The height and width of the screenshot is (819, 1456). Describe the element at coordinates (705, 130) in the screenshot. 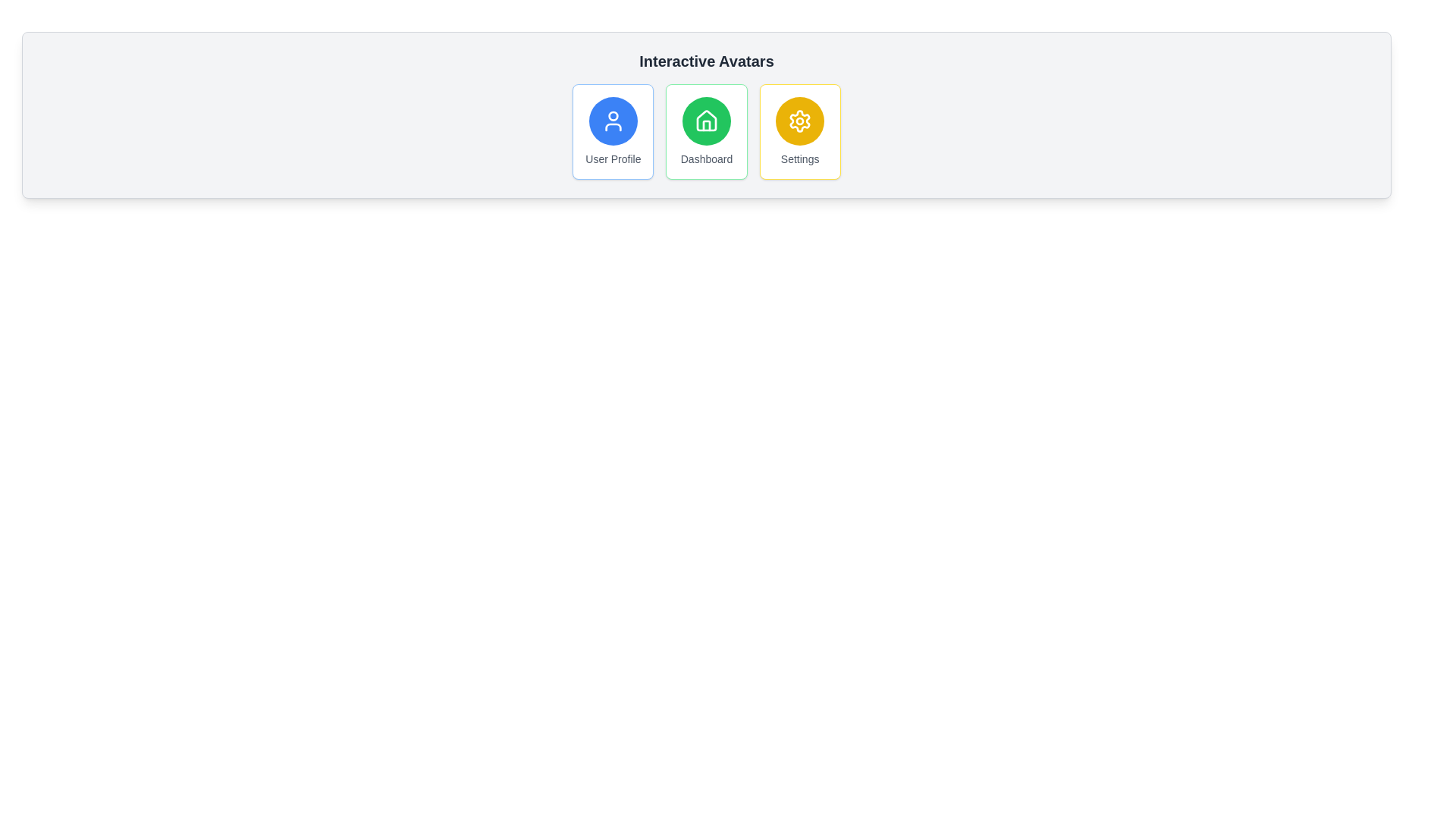

I see `the Interactive Button labeled 'Dashboard'` at that location.